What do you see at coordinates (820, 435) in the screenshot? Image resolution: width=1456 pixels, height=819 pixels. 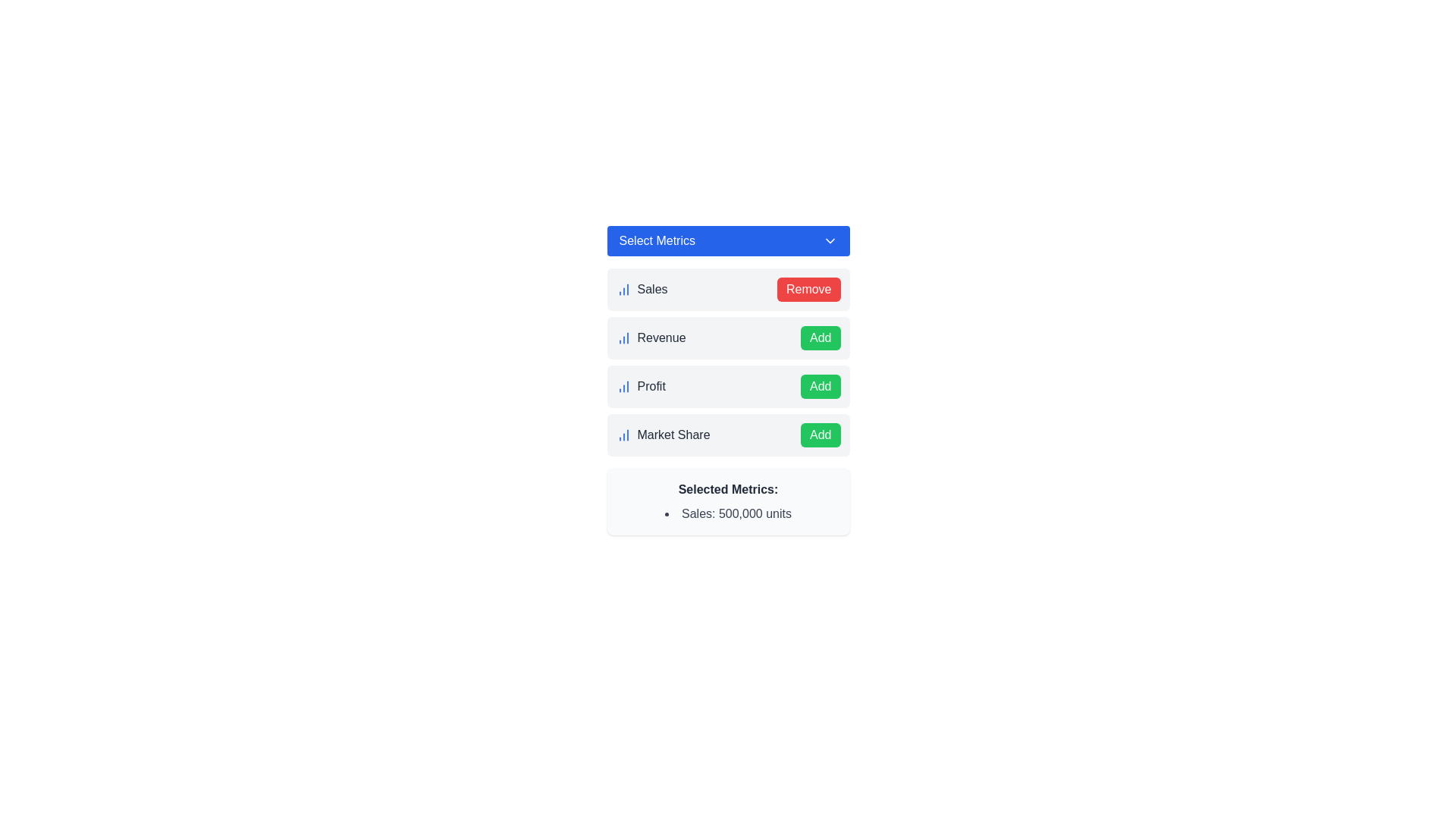 I see `the green 'Add' button with white text located at the bottom-right of the 'Market Share' section` at bounding box center [820, 435].